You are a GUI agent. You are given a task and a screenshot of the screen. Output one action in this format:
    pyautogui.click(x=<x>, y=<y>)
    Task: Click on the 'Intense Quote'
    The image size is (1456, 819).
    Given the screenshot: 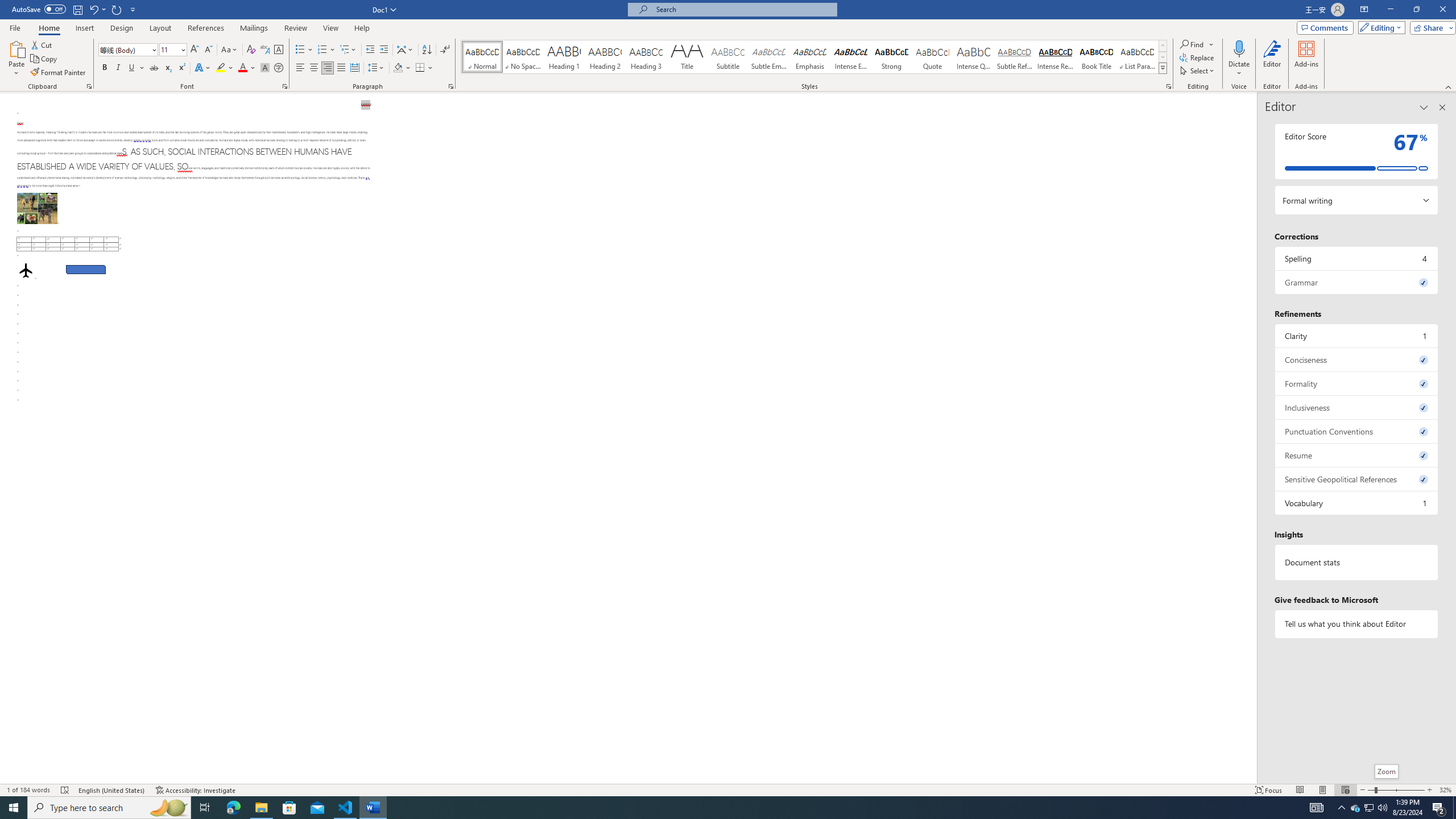 What is the action you would take?
    pyautogui.click(x=974, y=56)
    